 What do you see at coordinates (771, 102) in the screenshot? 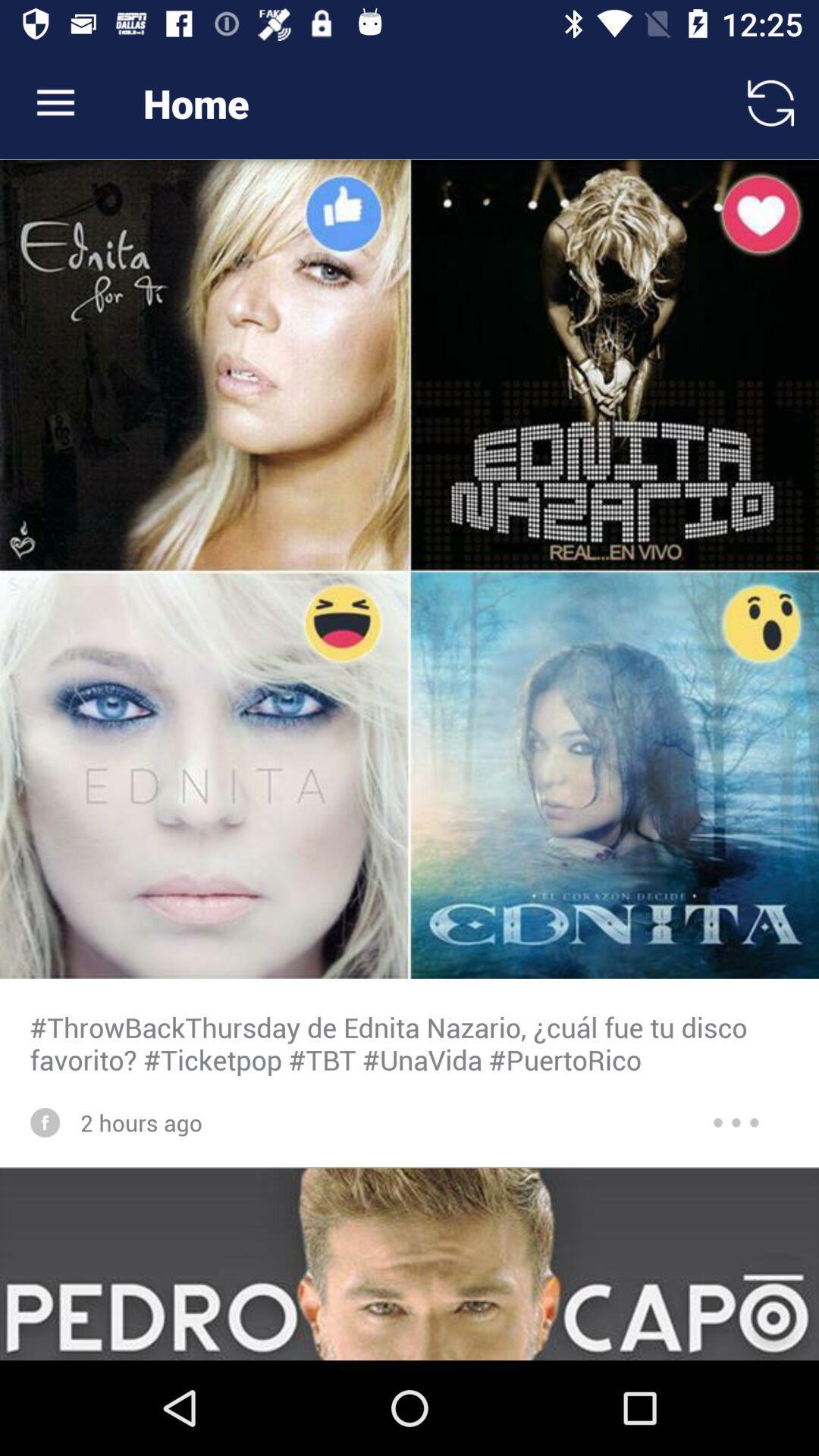
I see `item at the top right corner` at bounding box center [771, 102].